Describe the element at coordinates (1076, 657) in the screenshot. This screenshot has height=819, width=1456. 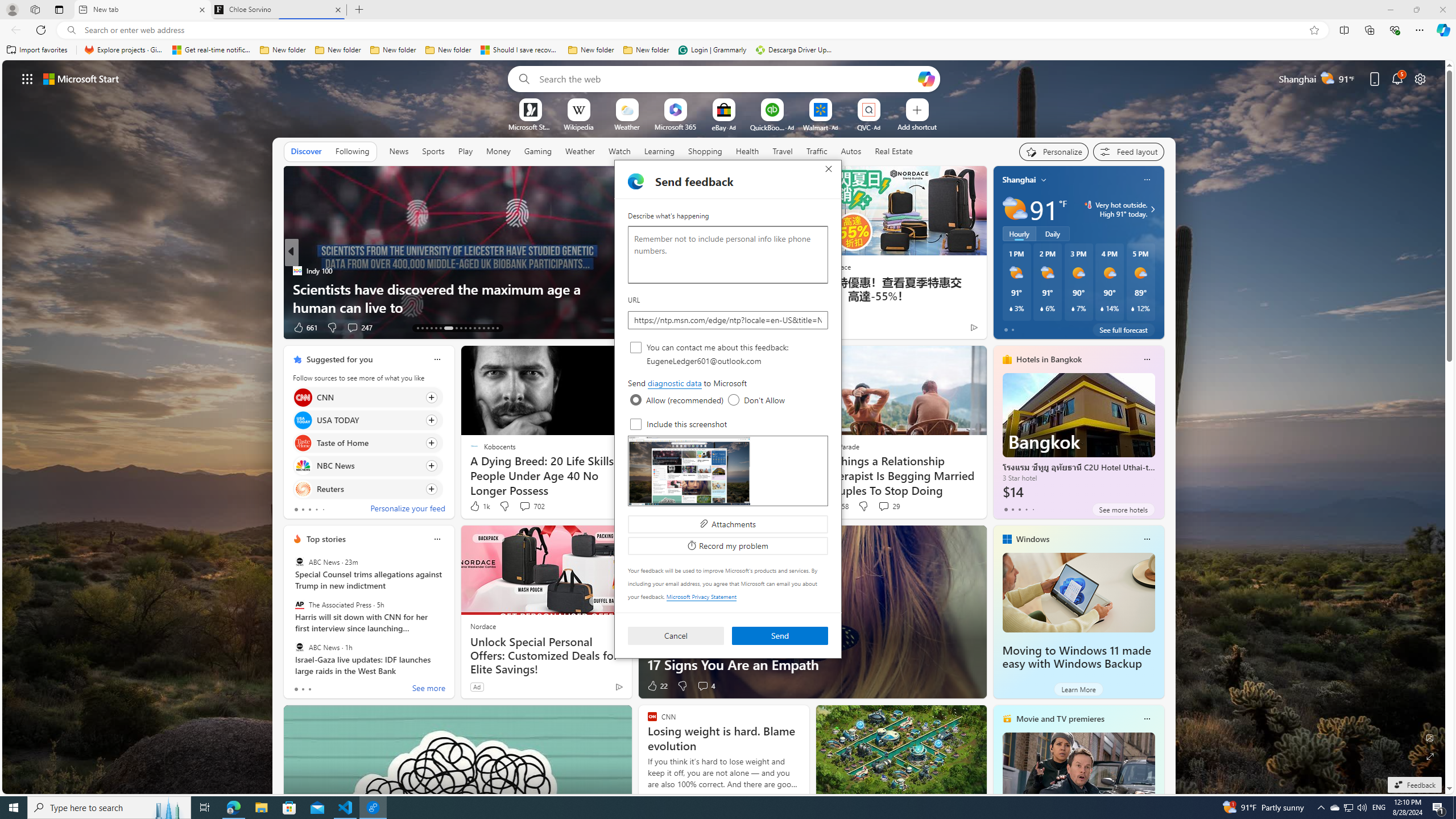
I see `'Moving to Windows 11 made easy with Windows Backup'` at that location.